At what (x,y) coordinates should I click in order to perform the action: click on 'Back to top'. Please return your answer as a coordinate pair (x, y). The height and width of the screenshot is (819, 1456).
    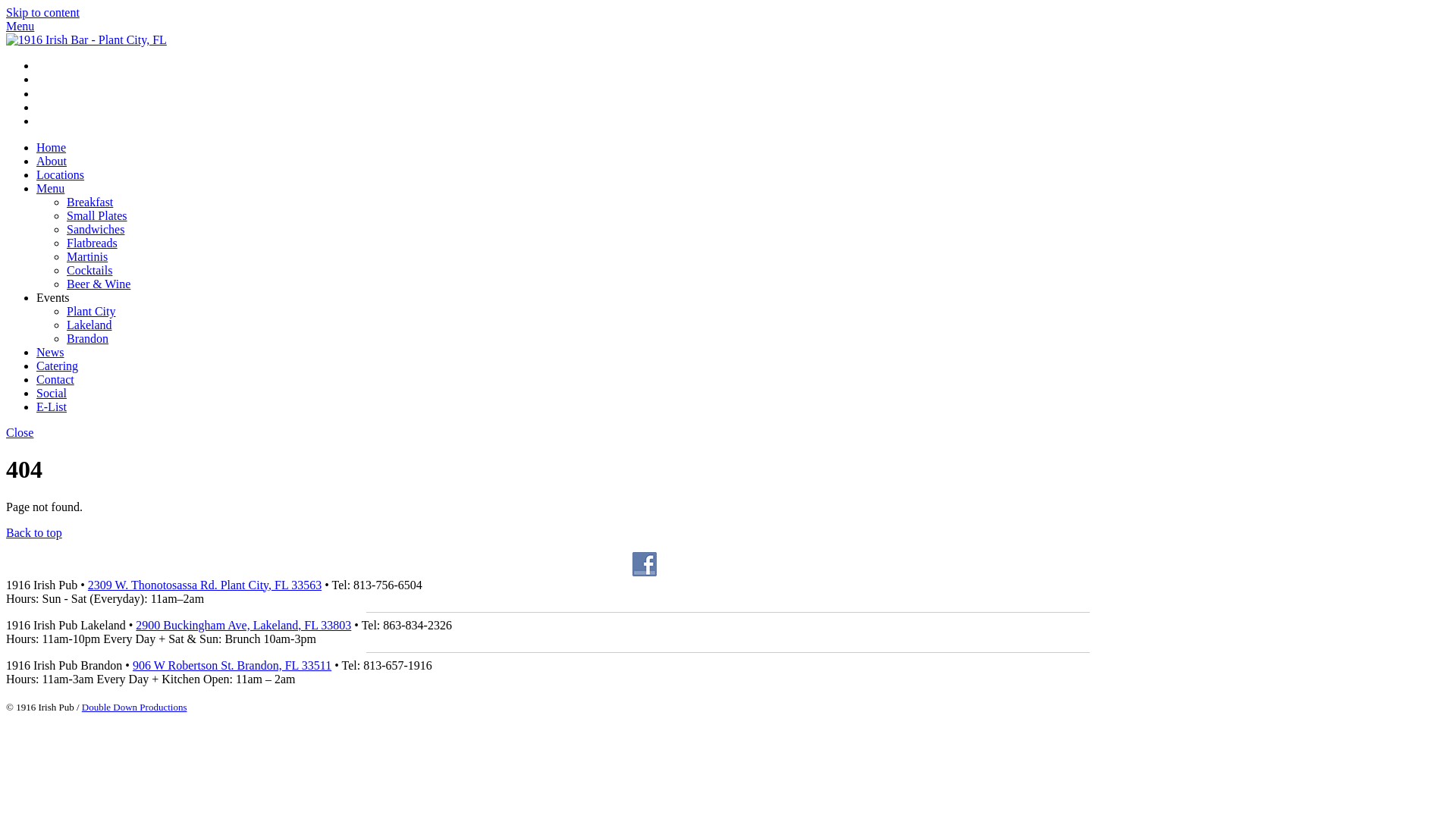
    Looking at the image, I should click on (33, 532).